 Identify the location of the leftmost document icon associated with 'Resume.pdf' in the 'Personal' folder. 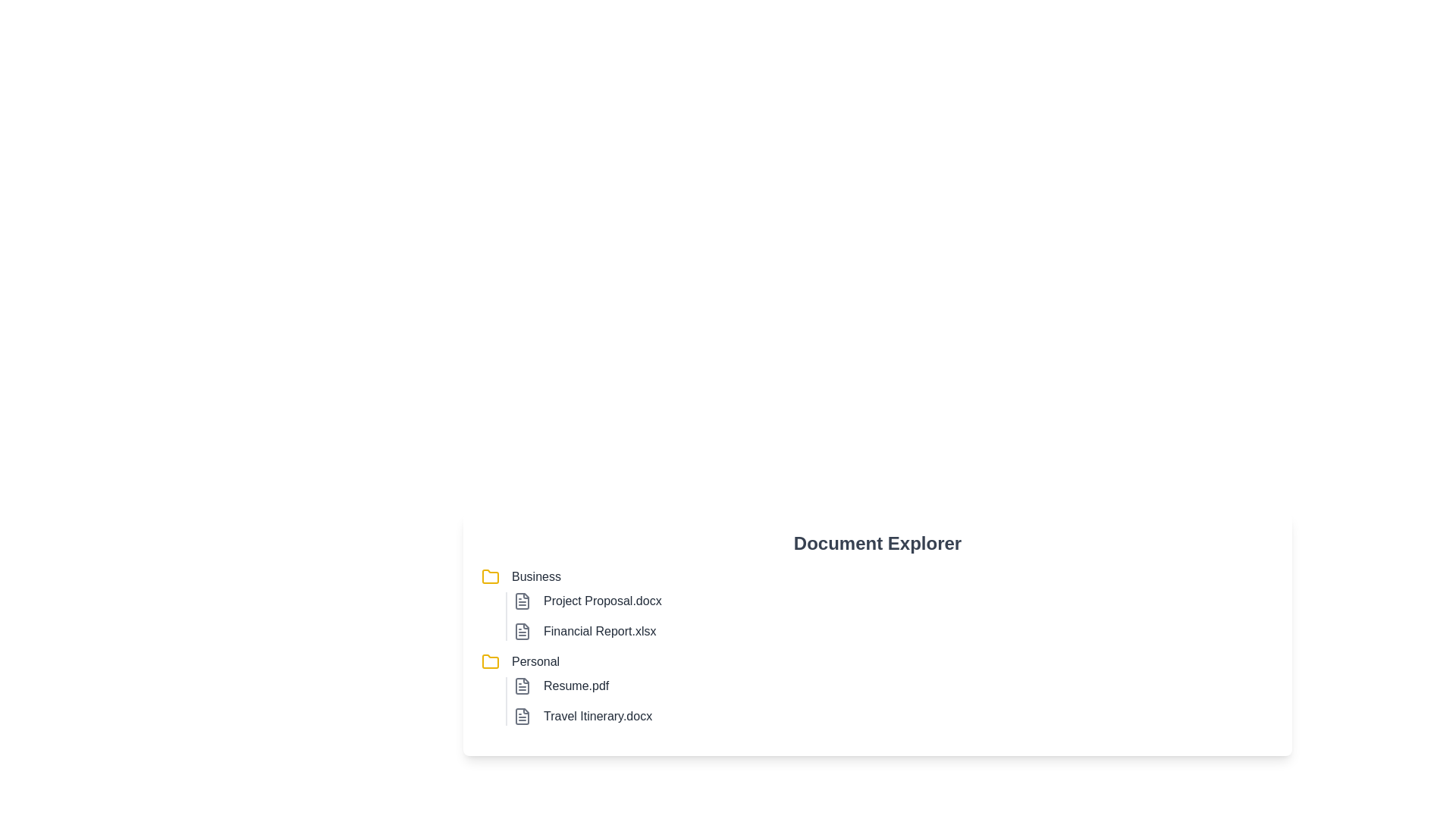
(522, 686).